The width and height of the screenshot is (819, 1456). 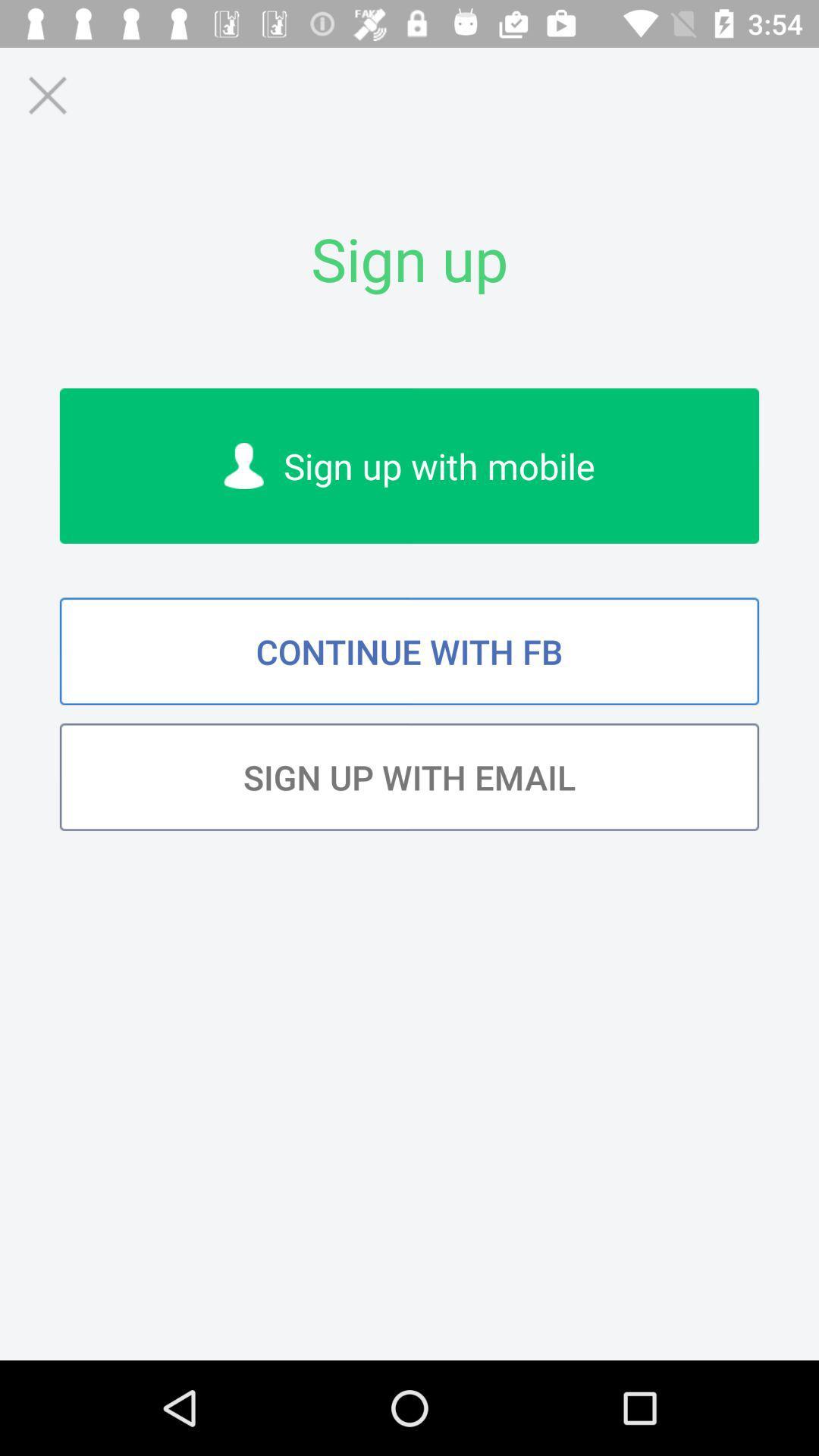 What do you see at coordinates (409, 651) in the screenshot?
I see `continue with fb icon` at bounding box center [409, 651].